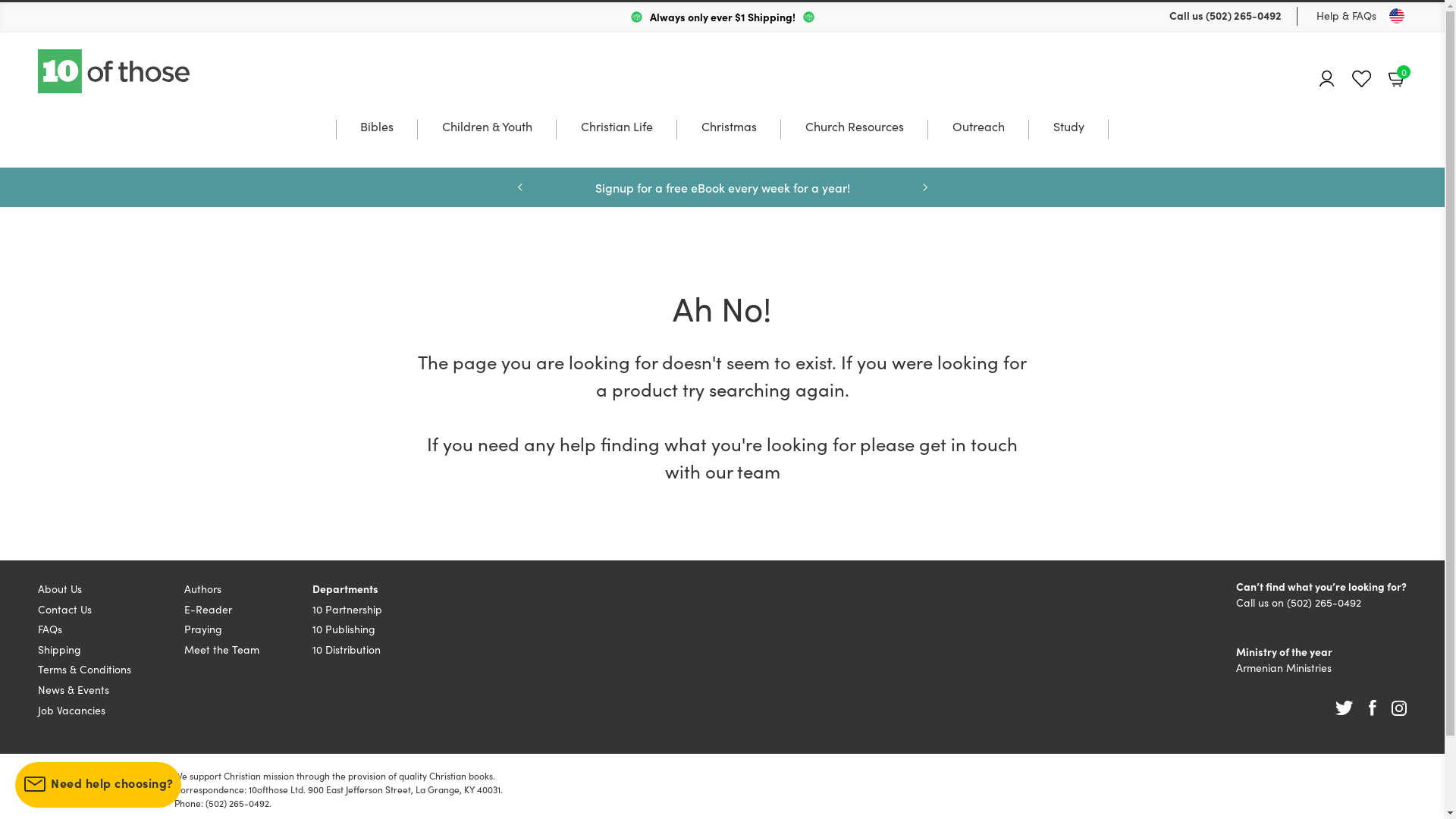  I want to click on 'Always only ever $1 Shipping!', so click(720, 17).